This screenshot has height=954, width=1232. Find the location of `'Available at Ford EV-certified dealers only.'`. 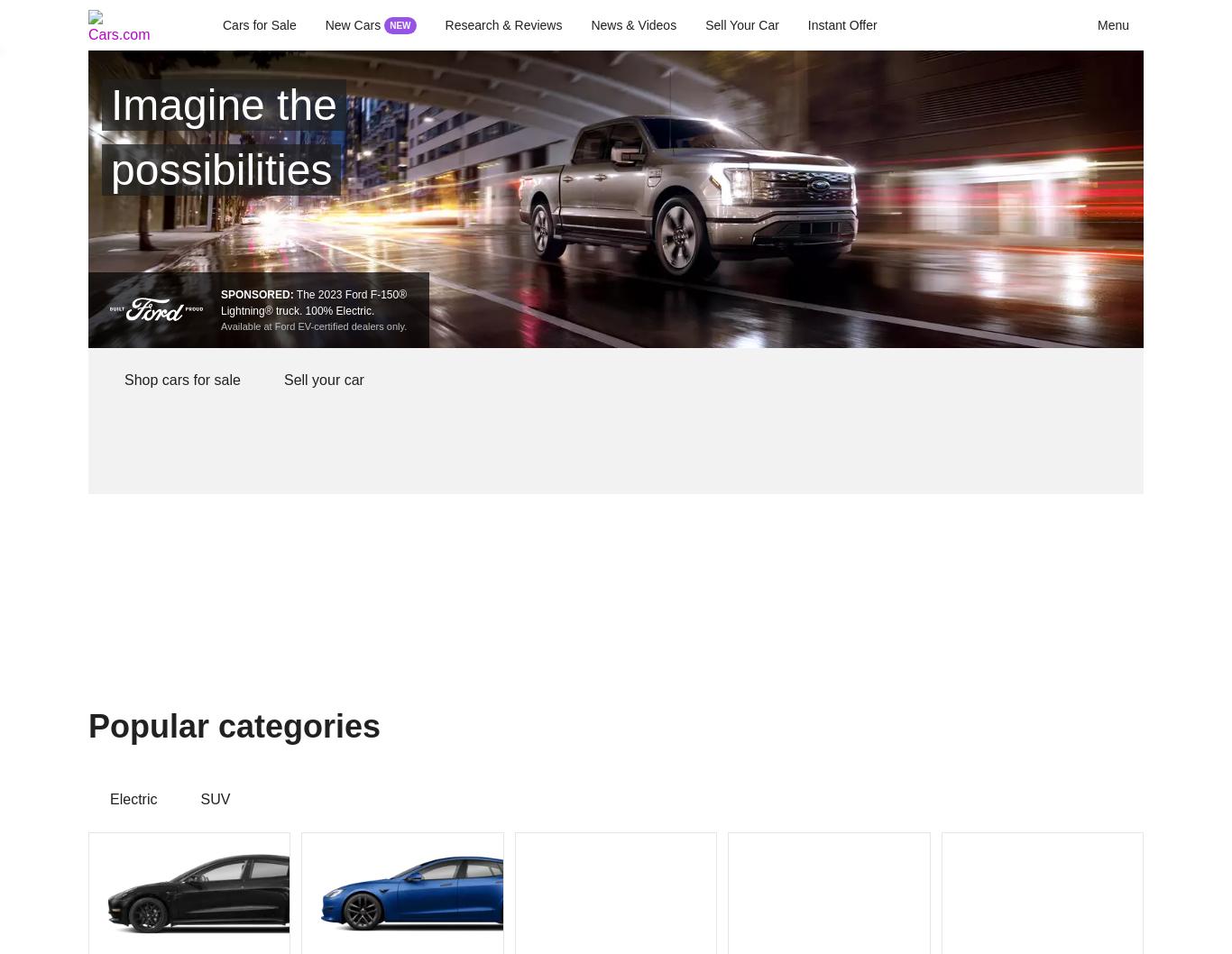

'Available at Ford EV-certified dealers only.' is located at coordinates (313, 325).